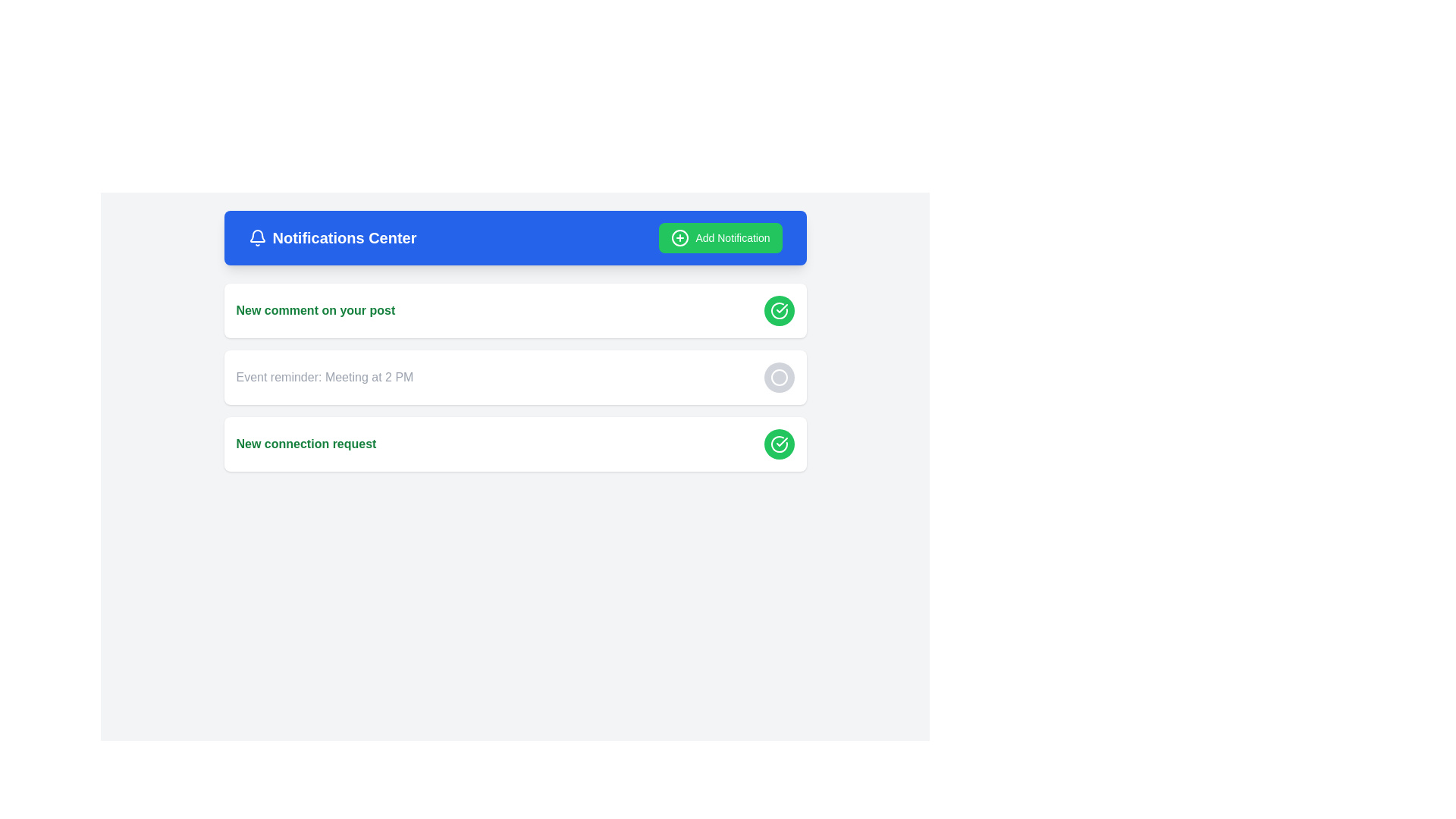 Image resolution: width=1456 pixels, height=819 pixels. What do you see at coordinates (782, 308) in the screenshot?
I see `the green circular icon with a white checkmark located at the bottom-right of the third notification card` at bounding box center [782, 308].